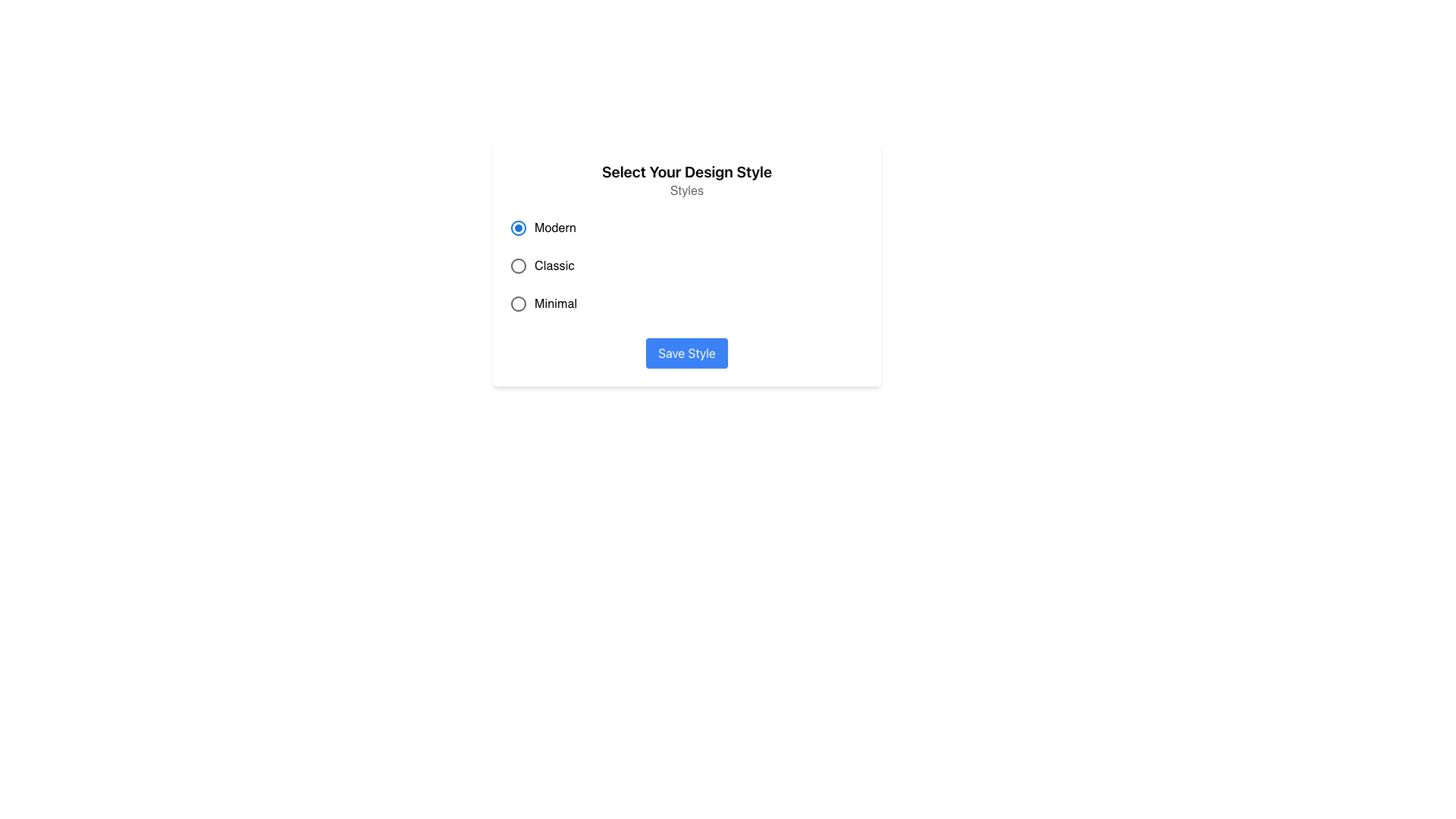  I want to click on the text label 'Modern' which serves as the descriptive name for the corresponding radio button, so click(554, 227).